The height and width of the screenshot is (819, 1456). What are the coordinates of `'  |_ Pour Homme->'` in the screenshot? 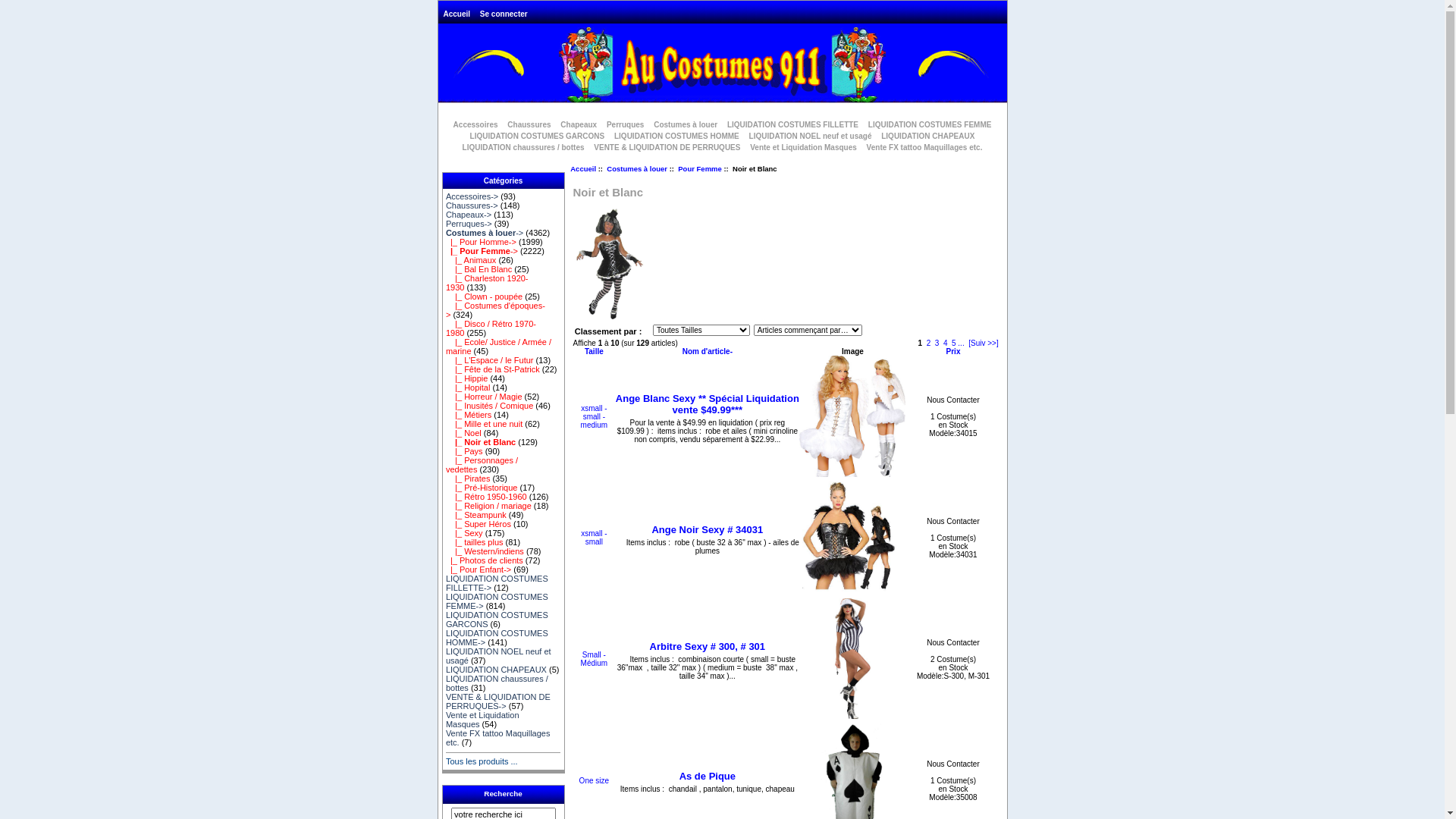 It's located at (480, 241).